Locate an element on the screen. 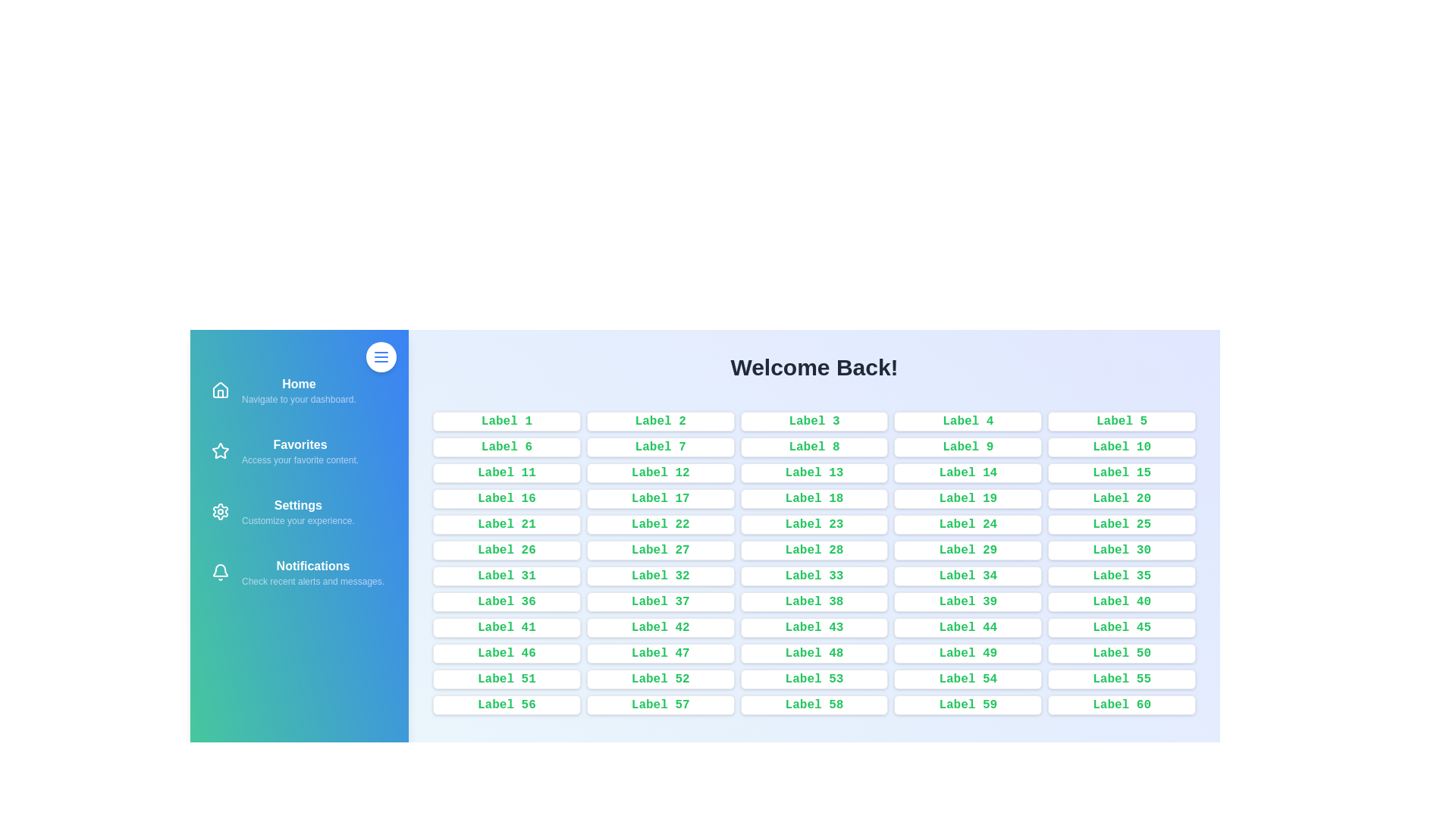 This screenshot has width=1456, height=819. the navigation item Settings is located at coordinates (299, 512).